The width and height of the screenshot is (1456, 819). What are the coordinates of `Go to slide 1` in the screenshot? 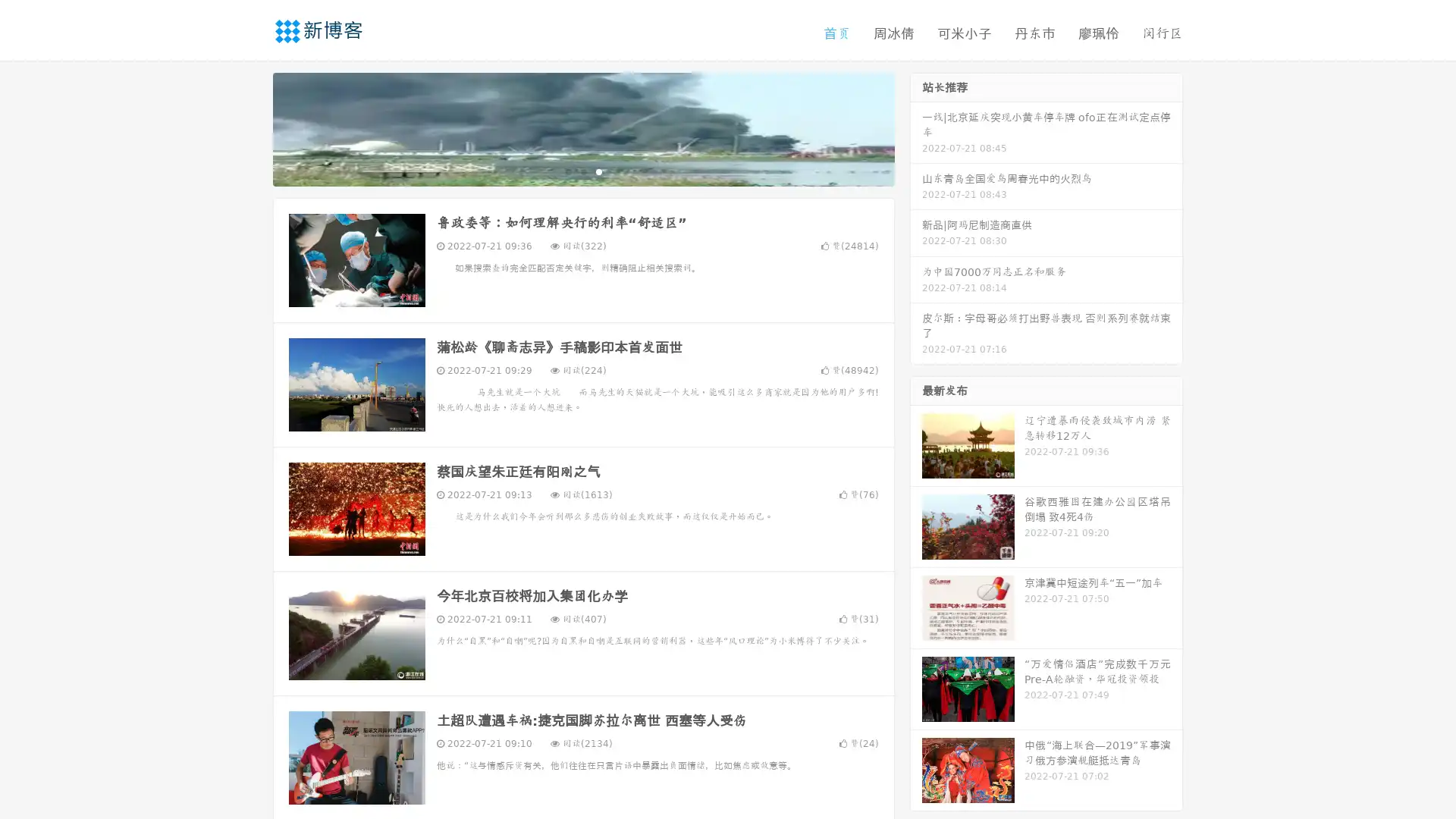 It's located at (567, 171).